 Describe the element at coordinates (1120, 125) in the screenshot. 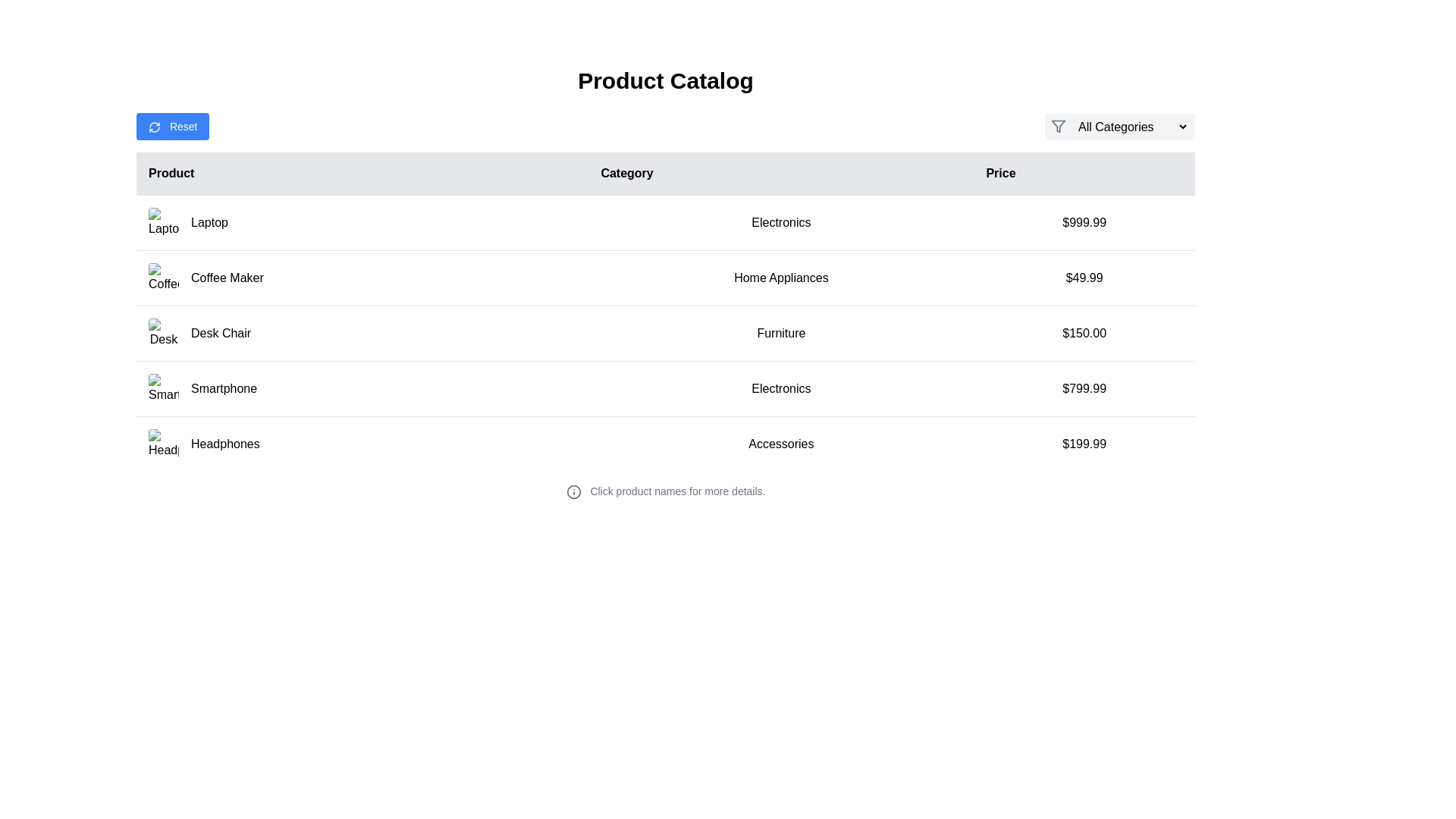

I see `keyboard navigation` at that location.